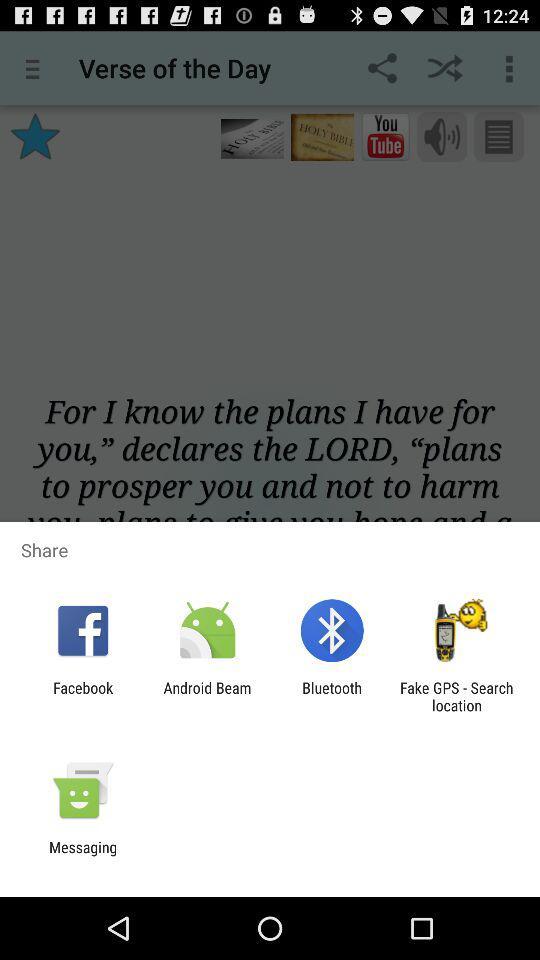  What do you see at coordinates (82, 855) in the screenshot?
I see `the messaging item` at bounding box center [82, 855].